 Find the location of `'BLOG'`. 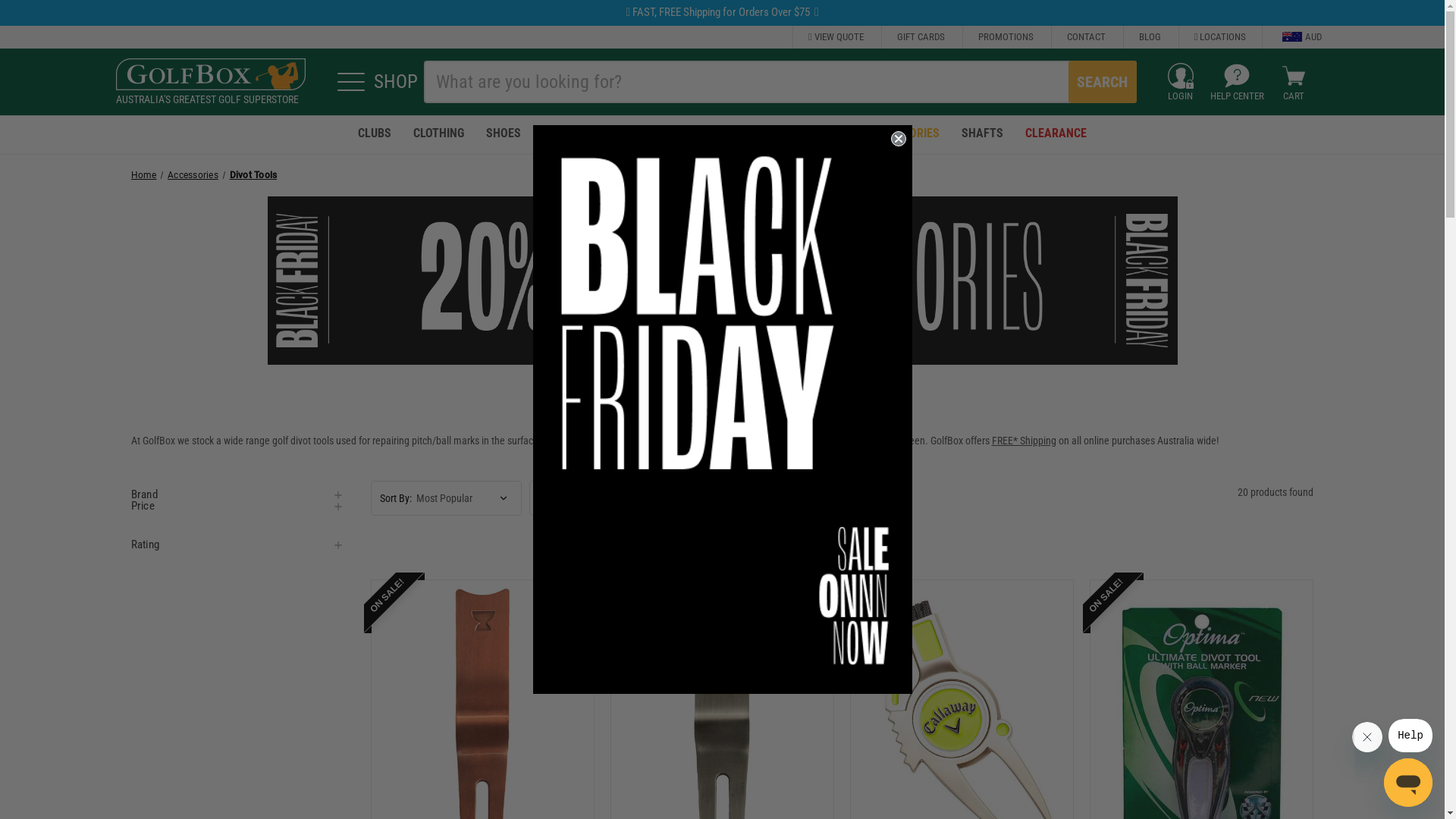

'BLOG' is located at coordinates (1150, 36).